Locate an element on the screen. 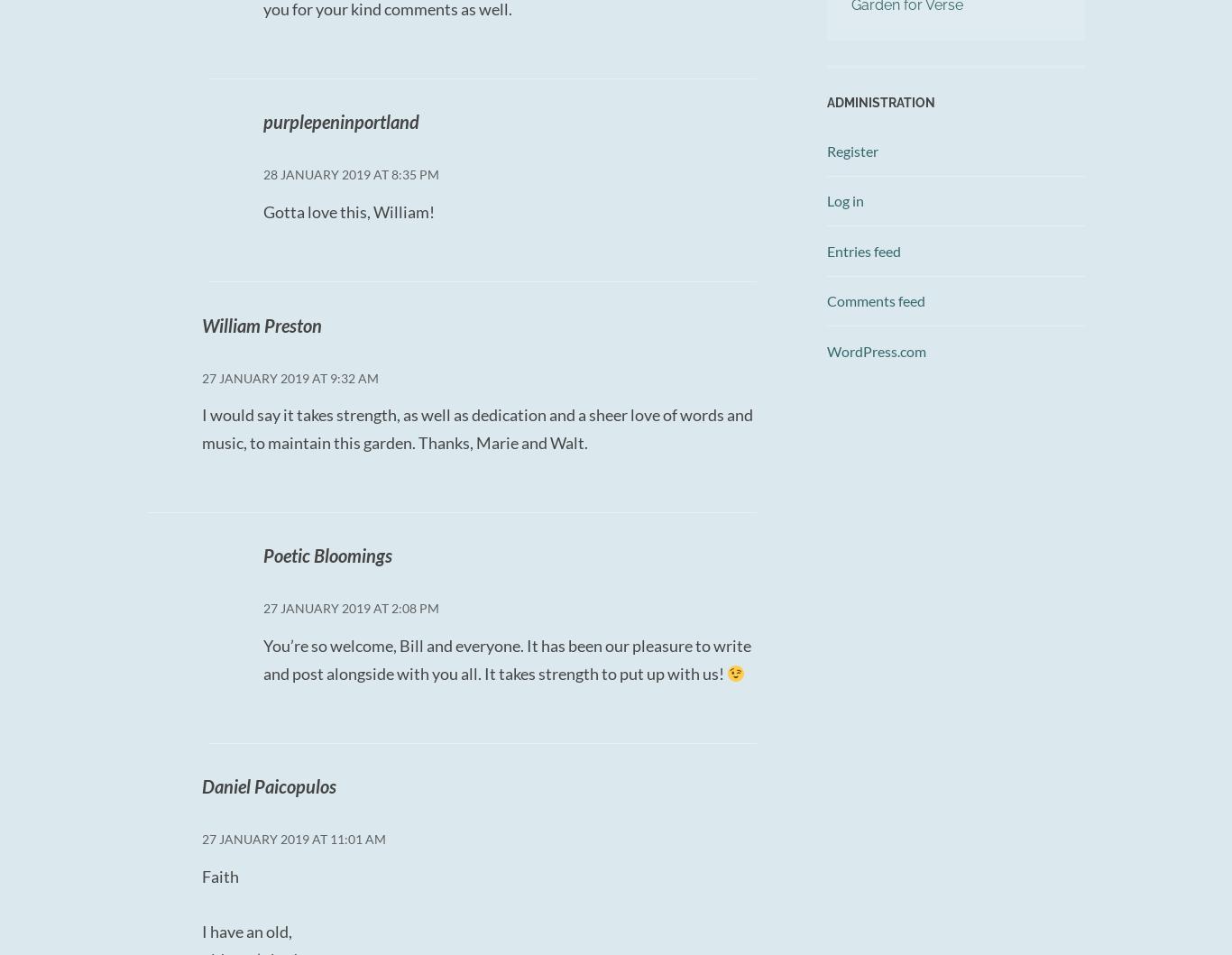 The height and width of the screenshot is (955, 1232). 'Administration' is located at coordinates (880, 101).